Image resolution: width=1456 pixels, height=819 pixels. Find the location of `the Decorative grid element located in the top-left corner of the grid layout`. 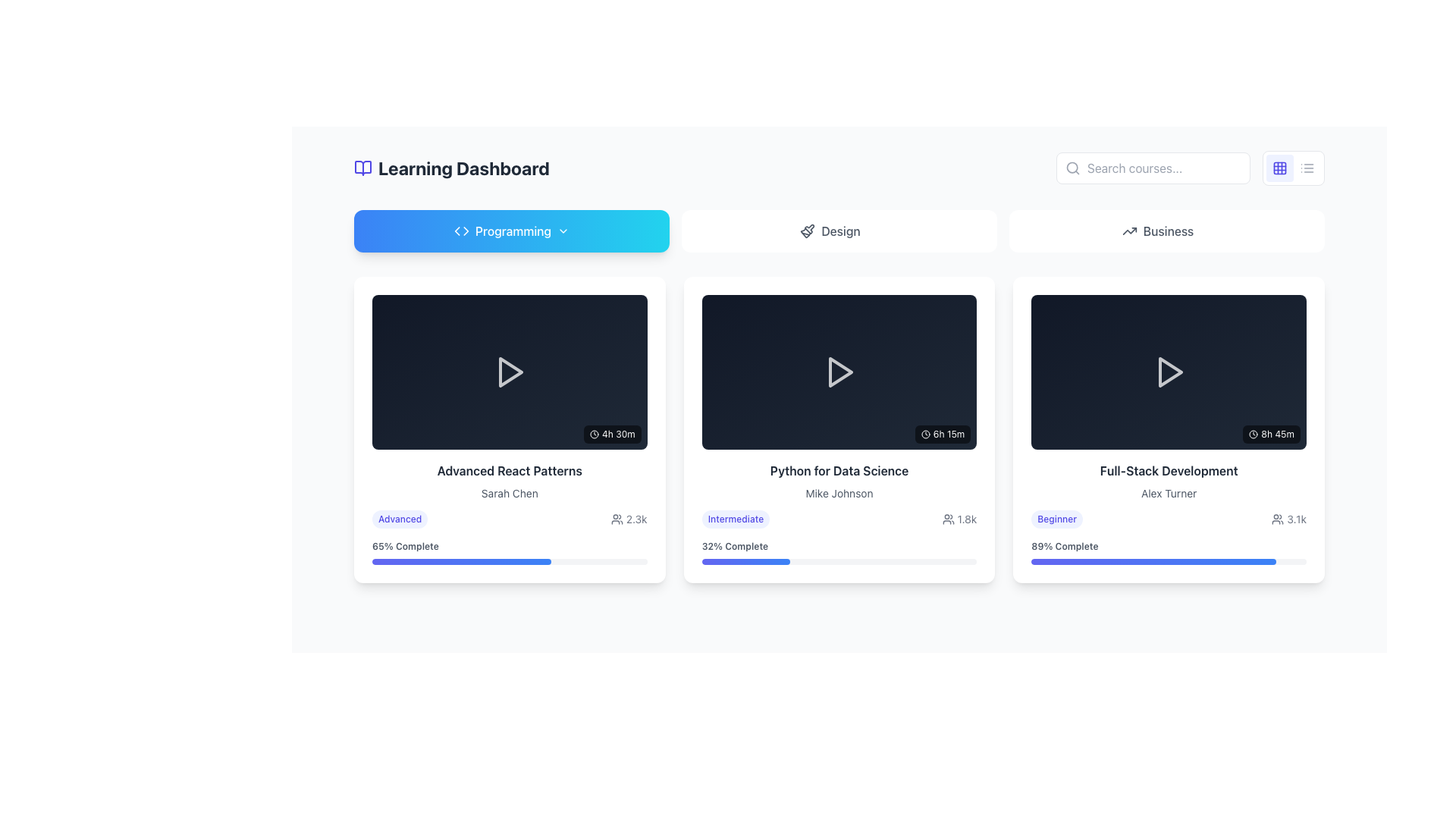

the Decorative grid element located in the top-left corner of the grid layout is located at coordinates (1279, 168).